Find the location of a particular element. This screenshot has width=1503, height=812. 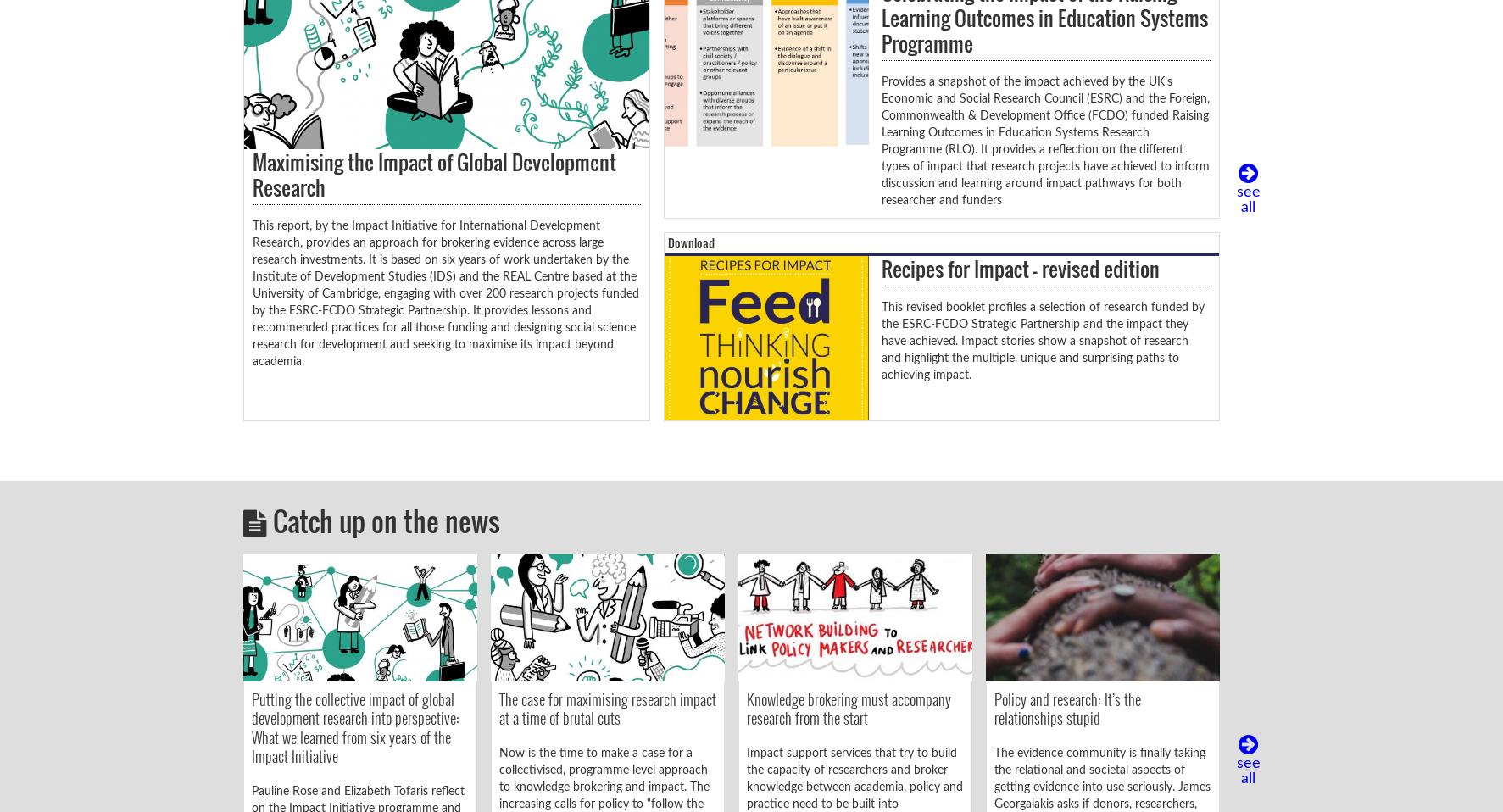

'This revised booklet profiles a selection of research funded by the ESRC-FCDO Strategic Partnership and the impact they have achieved. Impact stories show a snapshot of research and highlight the multiple, unique and surprising paths to achieving impact.' is located at coordinates (1042, 342).